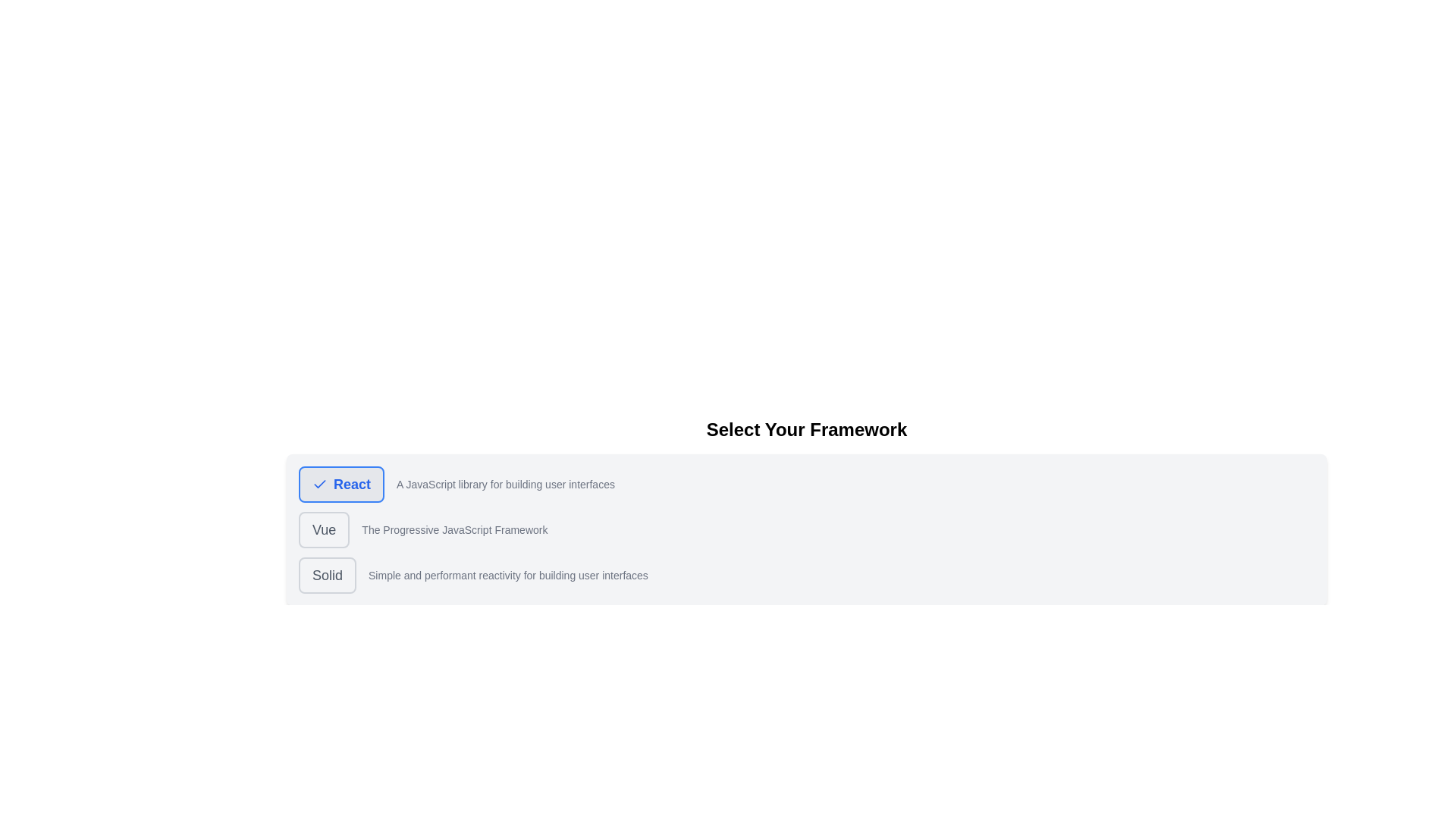 This screenshot has height=819, width=1456. What do you see at coordinates (806, 529) in the screenshot?
I see `the selectable option labeled 'Vue' which is styled with a rectangular border and is positioned in the middle among three similar elements` at bounding box center [806, 529].